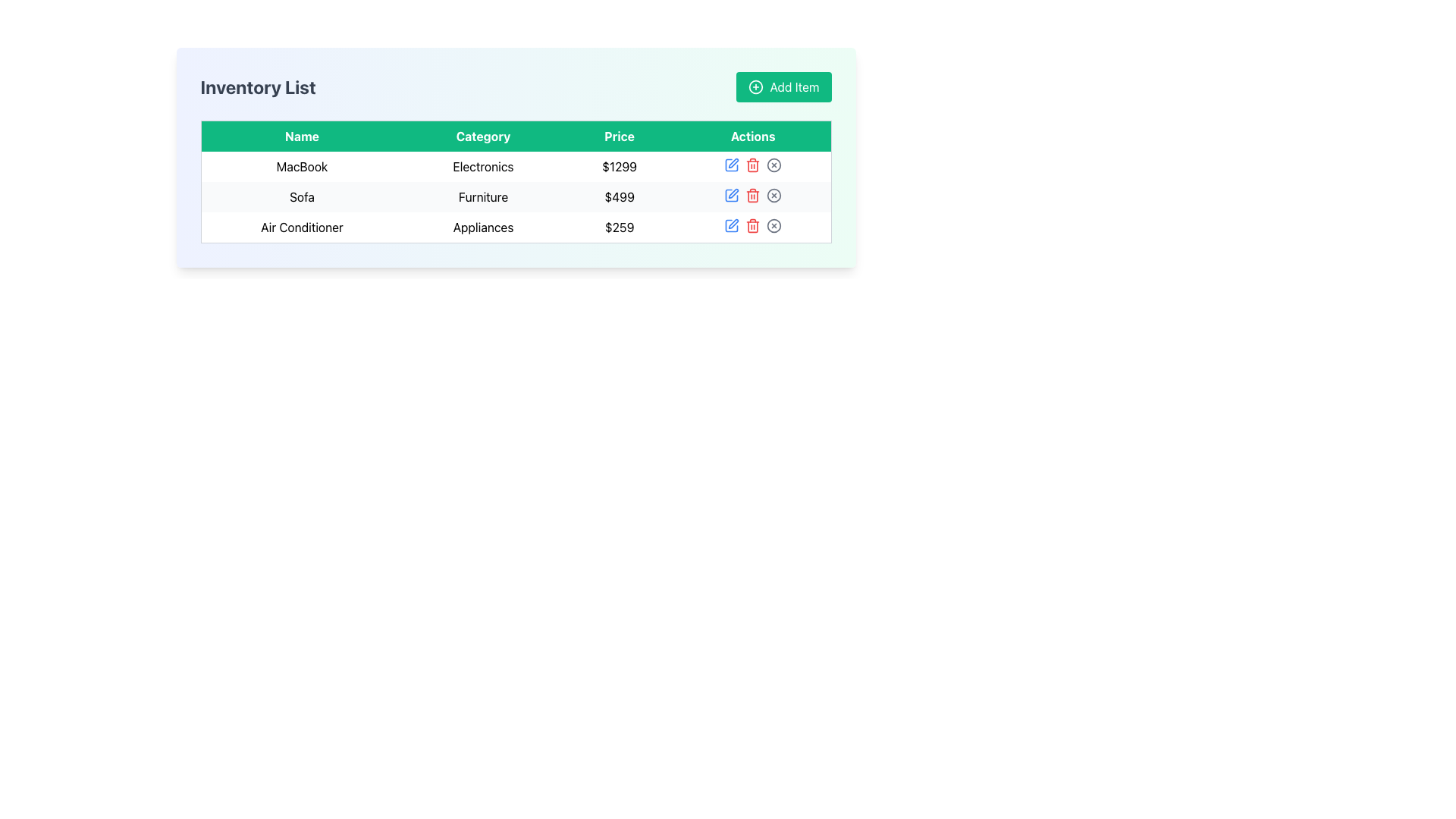 This screenshot has height=819, width=1456. Describe the element at coordinates (774, 225) in the screenshot. I see `the cancel button located in the actions column of the last row within the inventory table` at that location.